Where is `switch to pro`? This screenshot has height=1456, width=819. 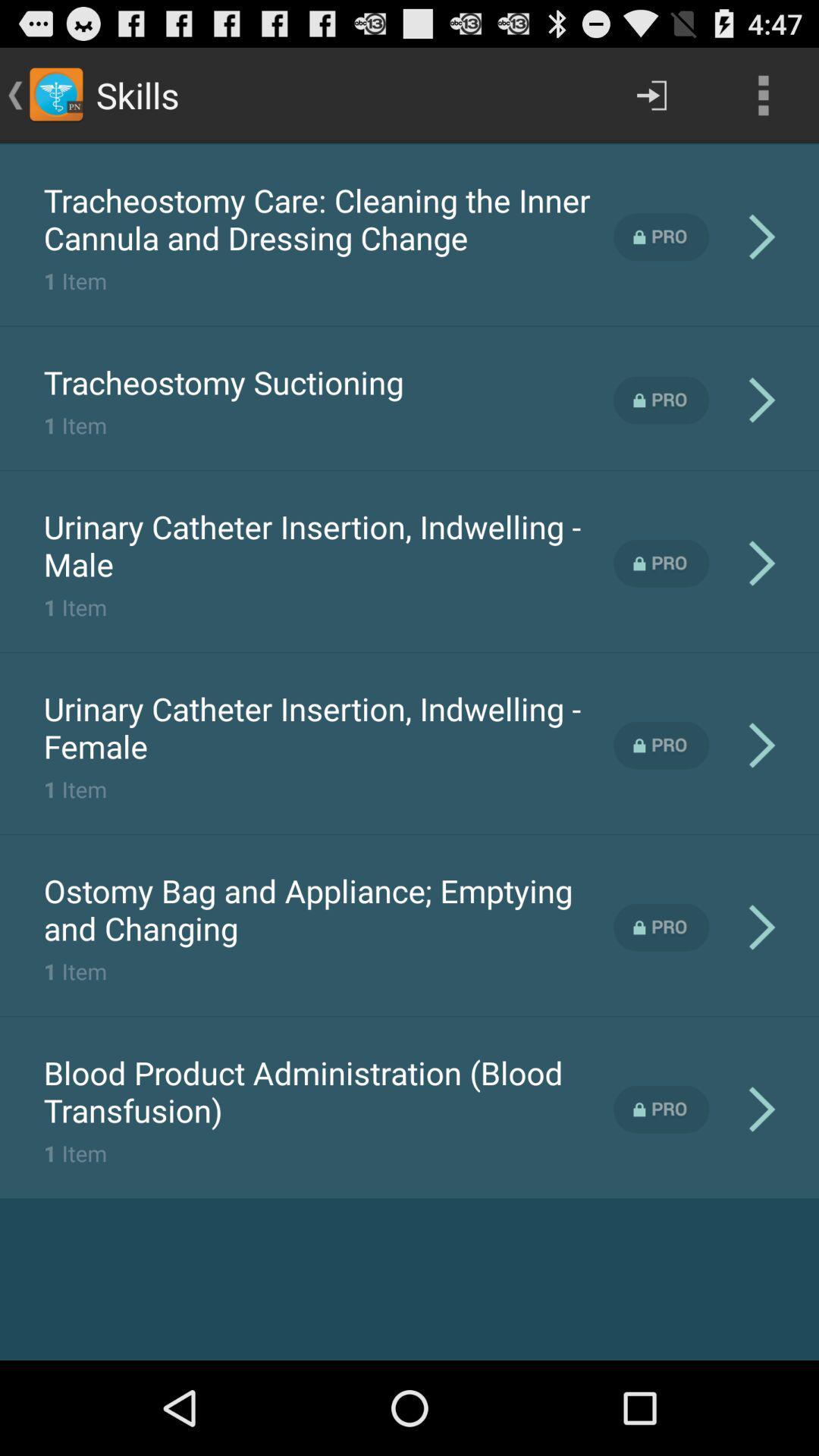 switch to pro is located at coordinates (661, 563).